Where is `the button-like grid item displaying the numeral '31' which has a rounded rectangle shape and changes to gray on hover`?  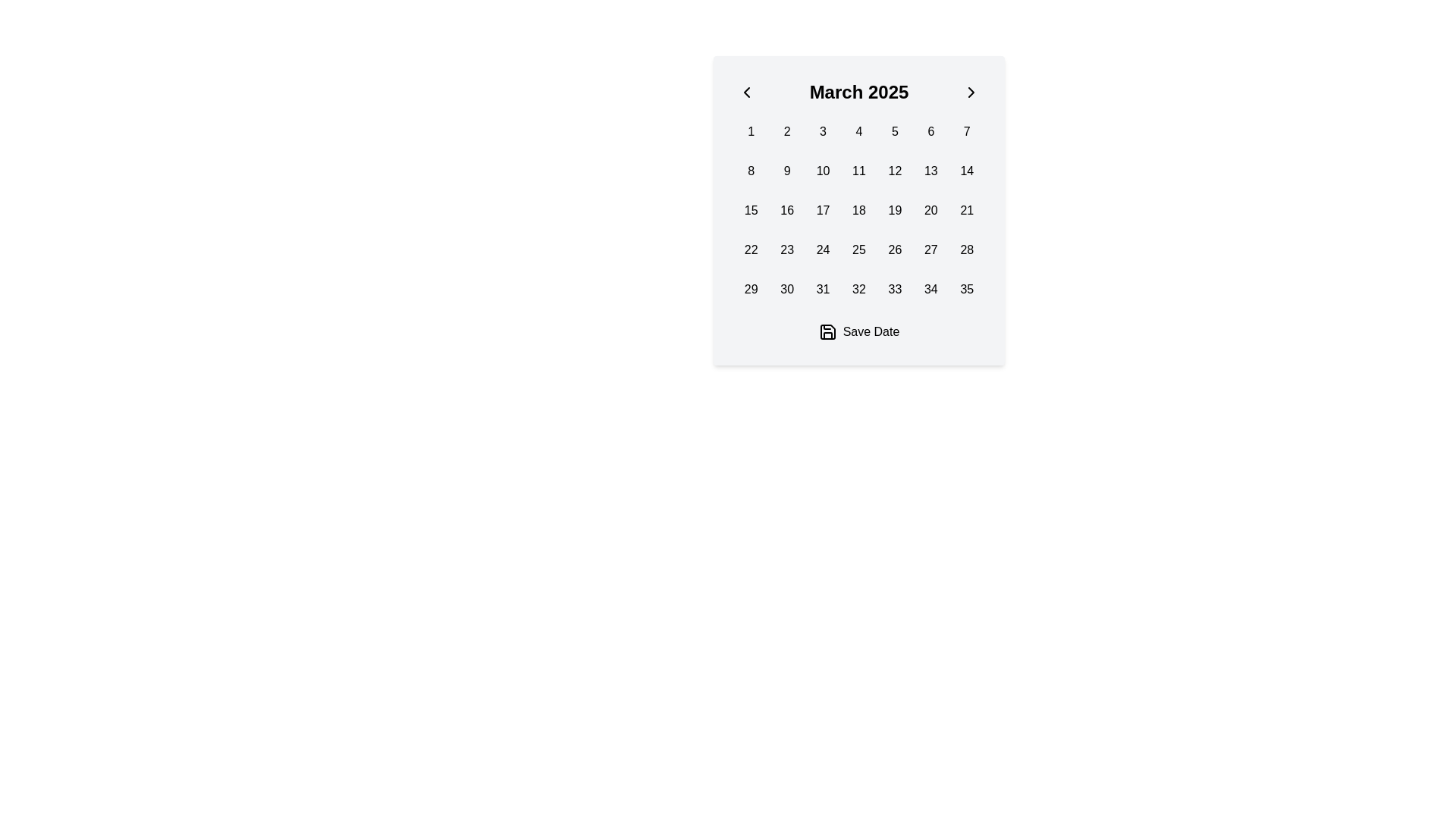 the button-like grid item displaying the numeral '31' which has a rounded rectangle shape and changes to gray on hover is located at coordinates (822, 289).